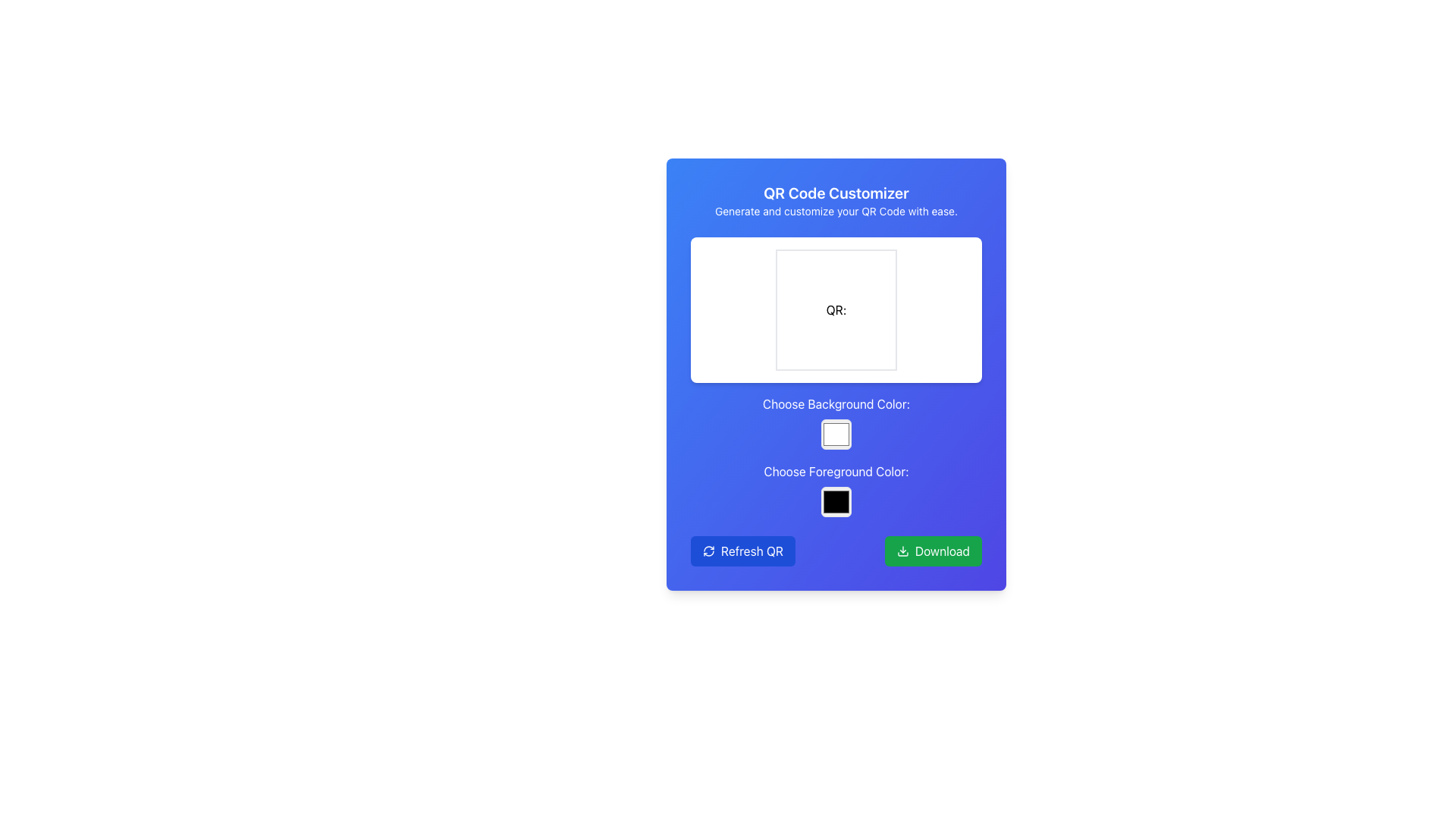 The height and width of the screenshot is (819, 1456). What do you see at coordinates (836, 455) in the screenshot?
I see `the color selection buttons in the Interactive Color Selection Panel of the QR Code Customizer interface` at bounding box center [836, 455].